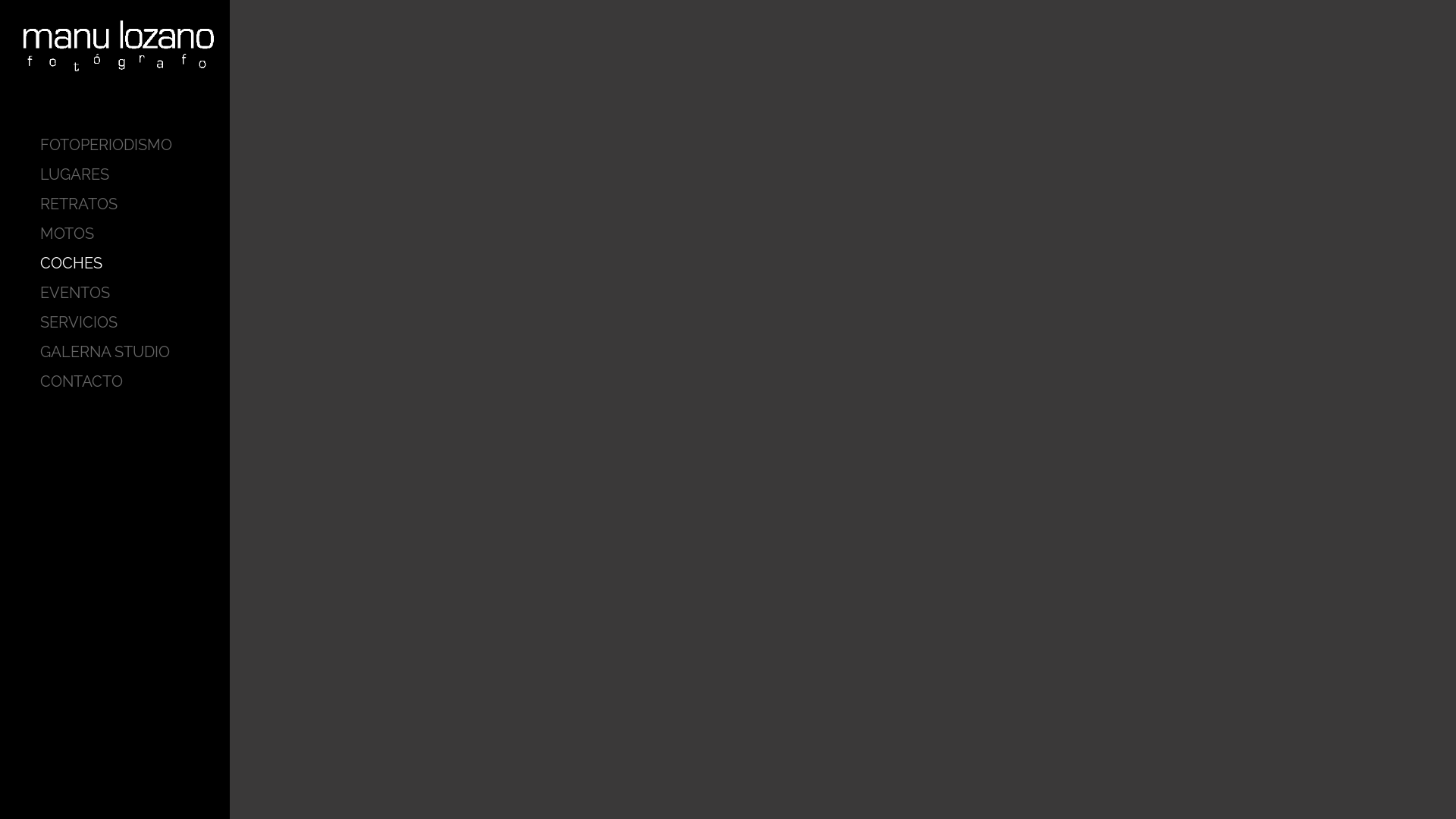 The width and height of the screenshot is (1456, 819). What do you see at coordinates (105, 351) in the screenshot?
I see `'GALERNA STUDIO'` at bounding box center [105, 351].